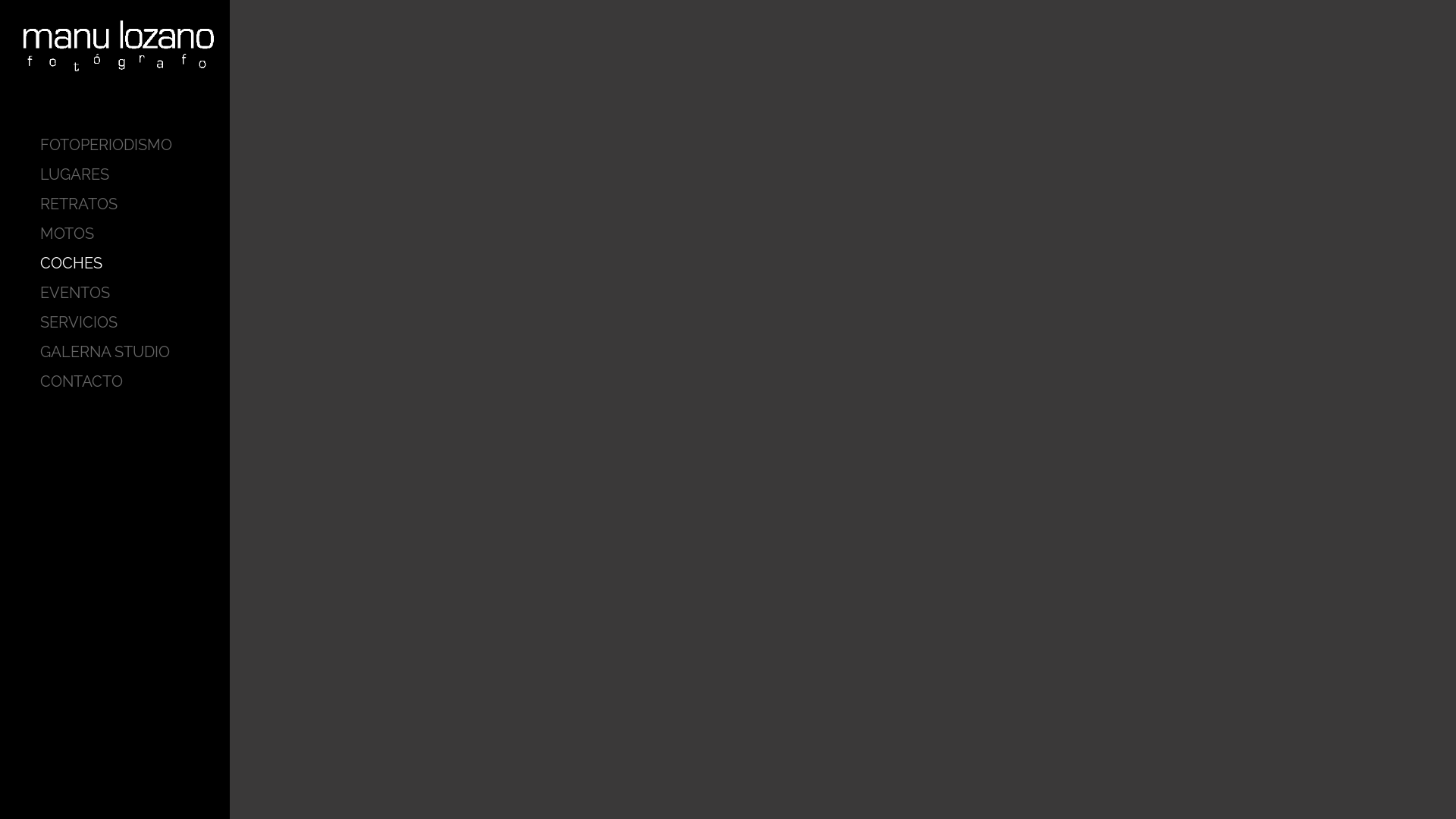 The width and height of the screenshot is (1456, 819). What do you see at coordinates (105, 351) in the screenshot?
I see `'GALERNA STUDIO'` at bounding box center [105, 351].